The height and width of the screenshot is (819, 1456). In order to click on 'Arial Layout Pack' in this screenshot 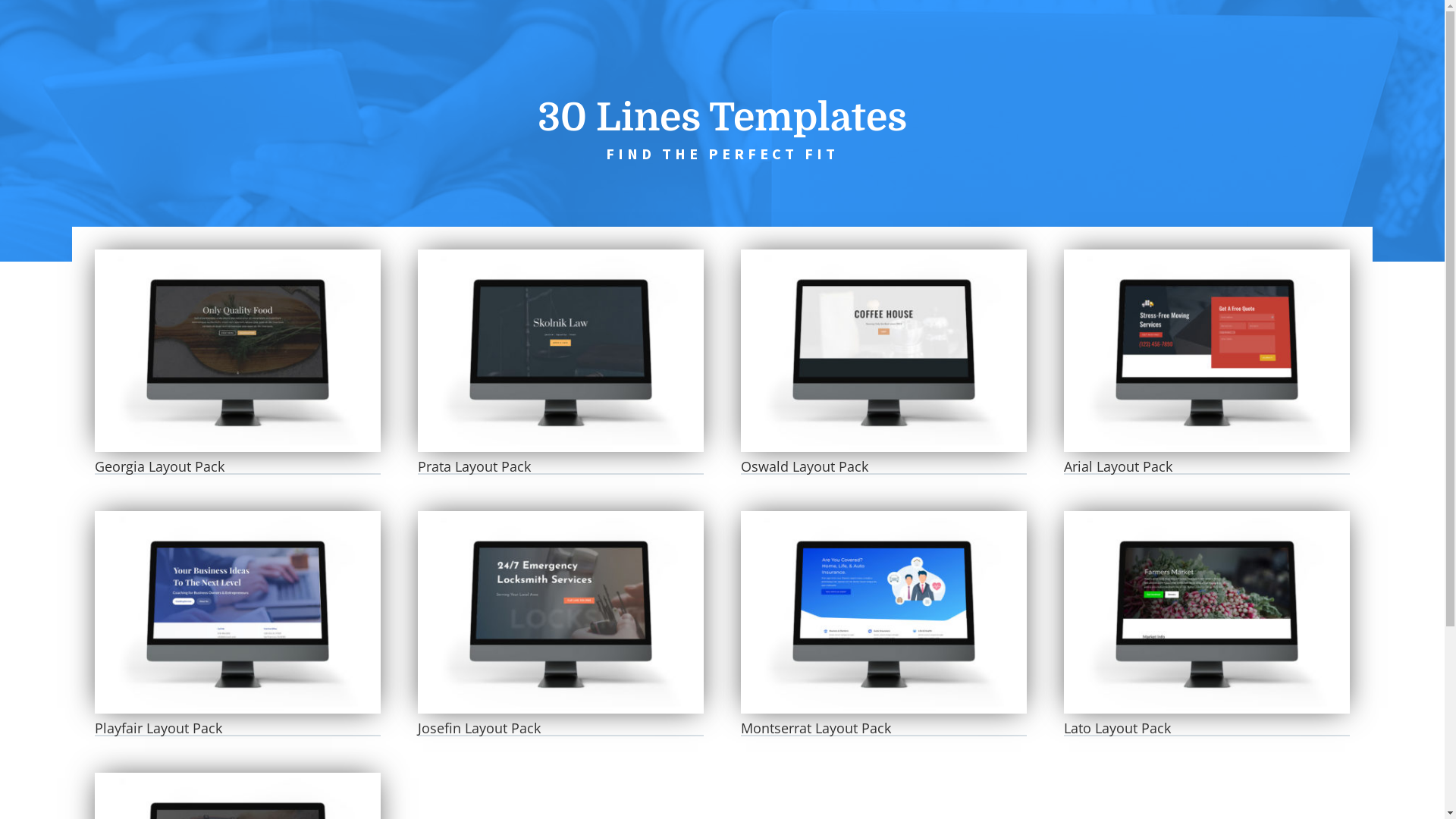, I will do `click(1205, 350)`.